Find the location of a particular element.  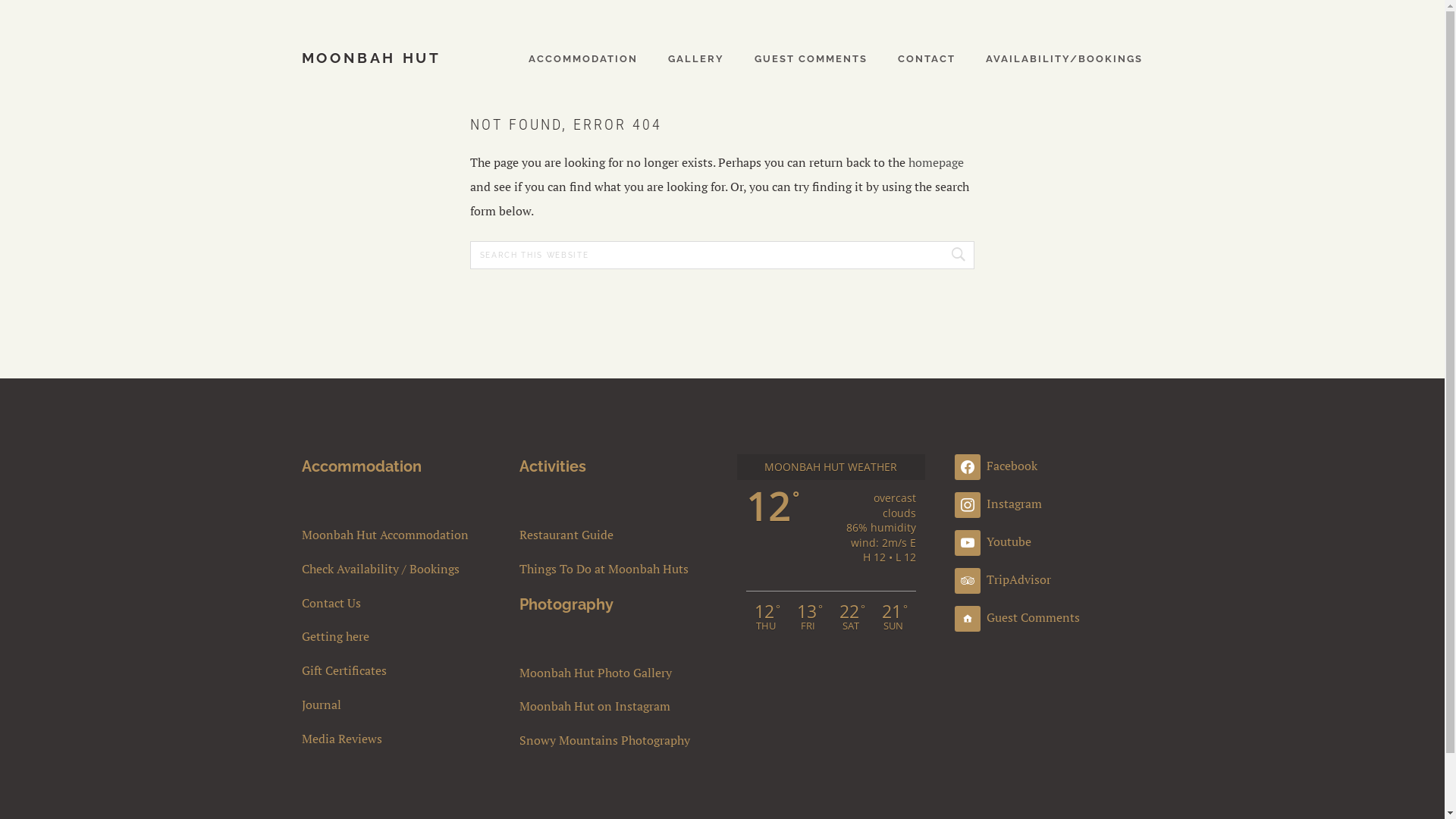

'TripAdvisor' is located at coordinates (1003, 579).